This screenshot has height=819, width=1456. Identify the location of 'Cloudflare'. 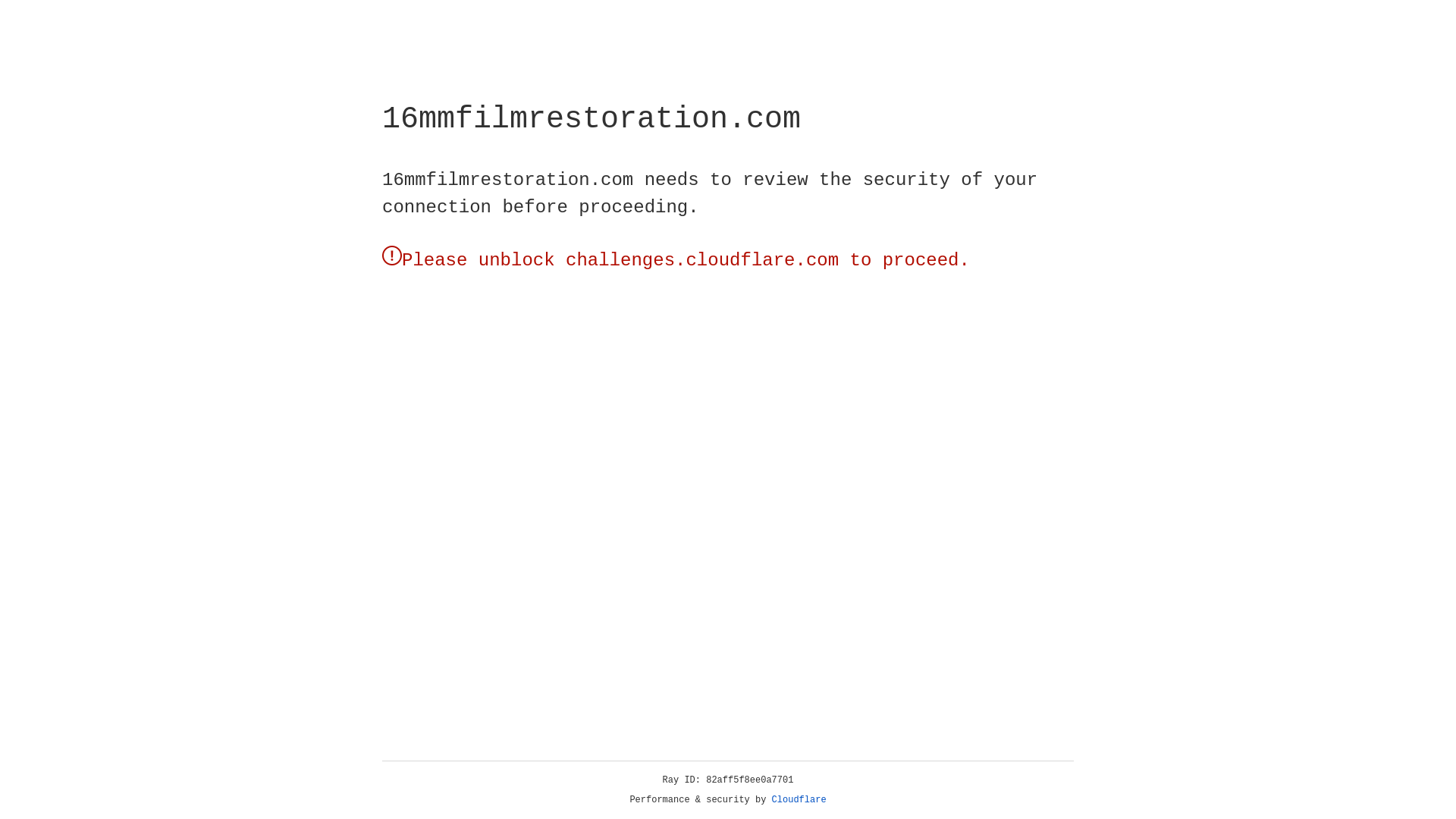
(799, 799).